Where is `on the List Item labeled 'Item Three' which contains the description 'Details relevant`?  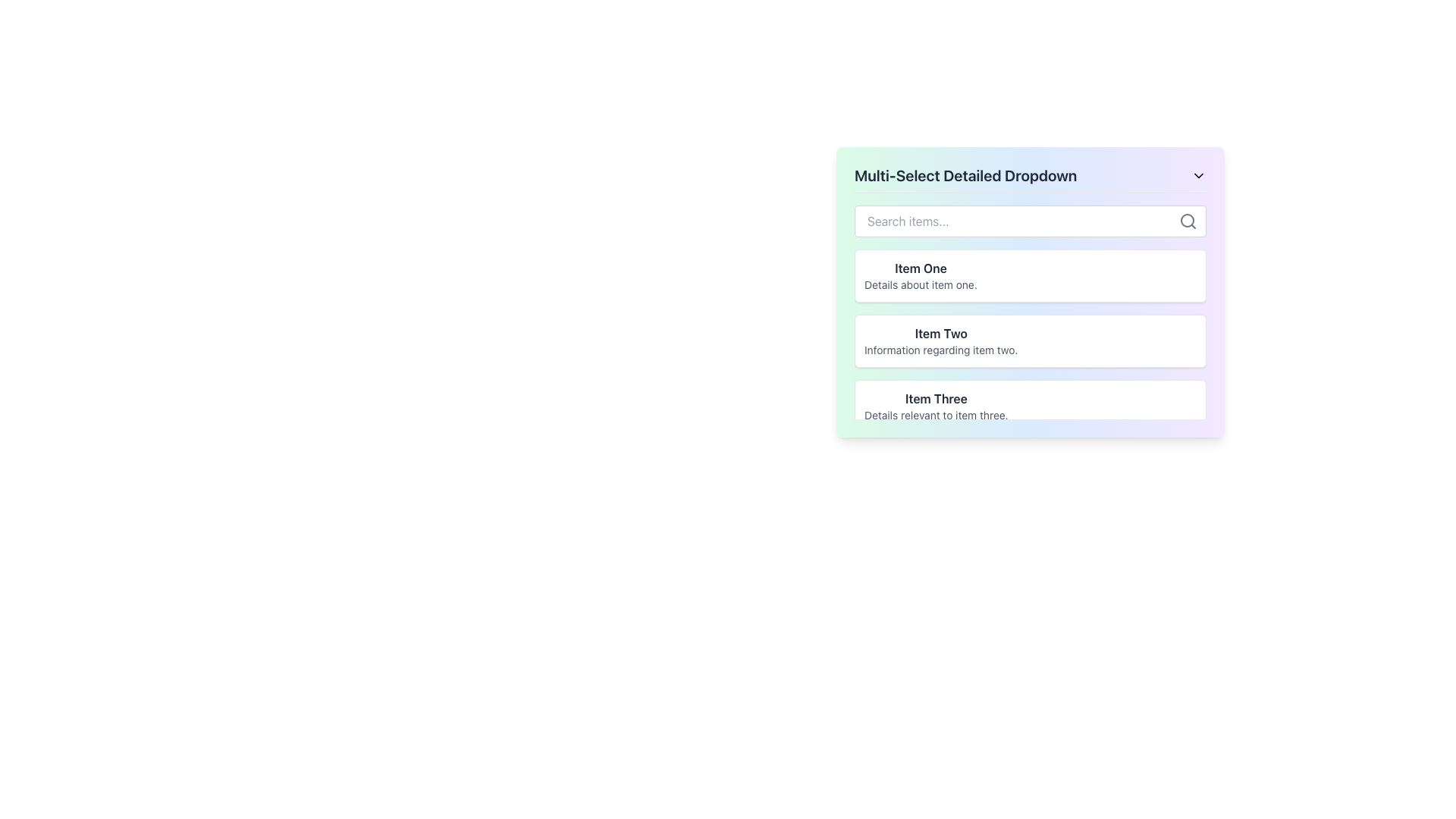
on the List Item labeled 'Item Three' which contains the description 'Details relevant is located at coordinates (1030, 406).